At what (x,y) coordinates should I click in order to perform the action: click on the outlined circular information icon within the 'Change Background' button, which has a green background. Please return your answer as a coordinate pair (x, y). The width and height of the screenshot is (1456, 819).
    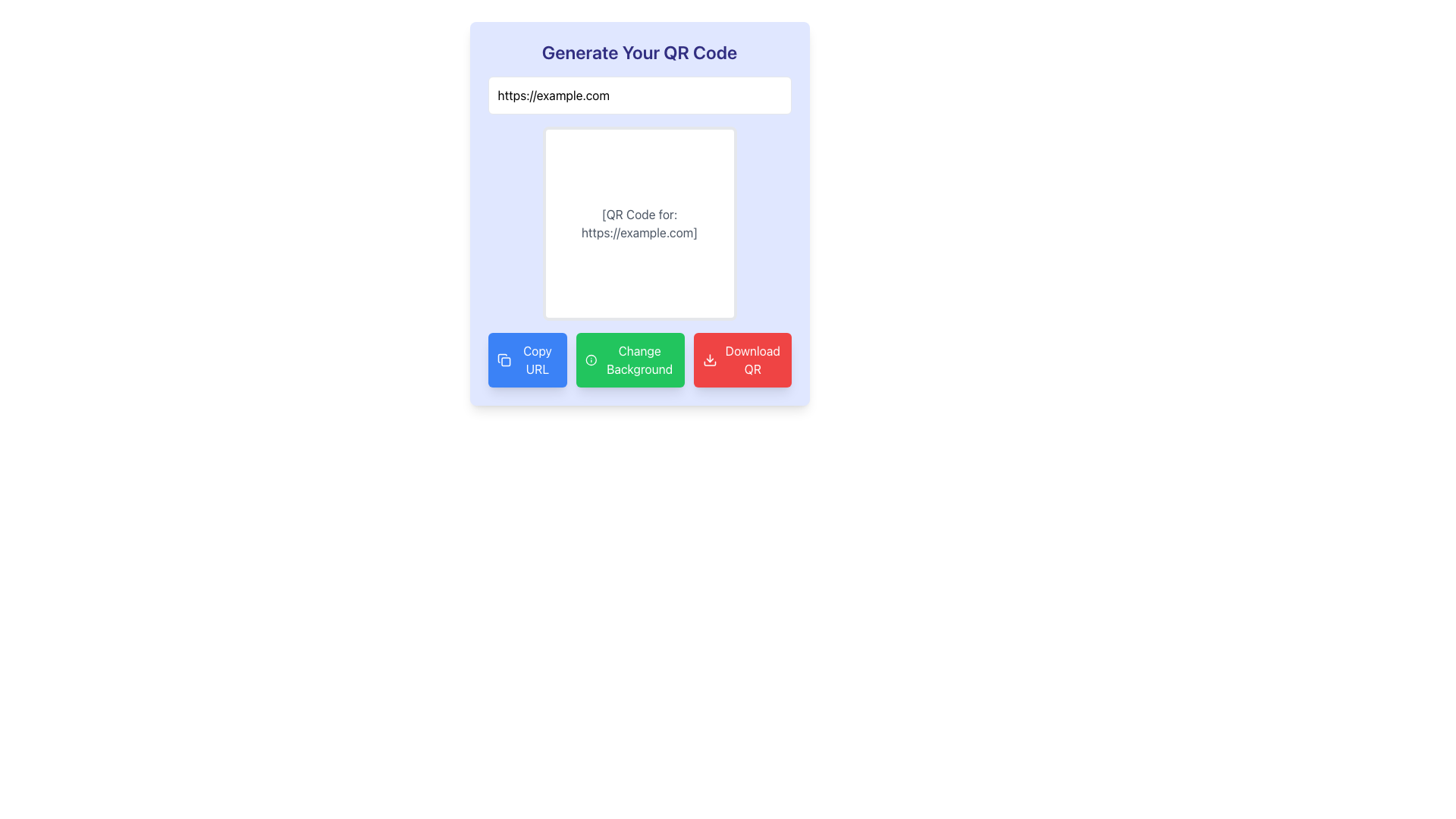
    Looking at the image, I should click on (591, 359).